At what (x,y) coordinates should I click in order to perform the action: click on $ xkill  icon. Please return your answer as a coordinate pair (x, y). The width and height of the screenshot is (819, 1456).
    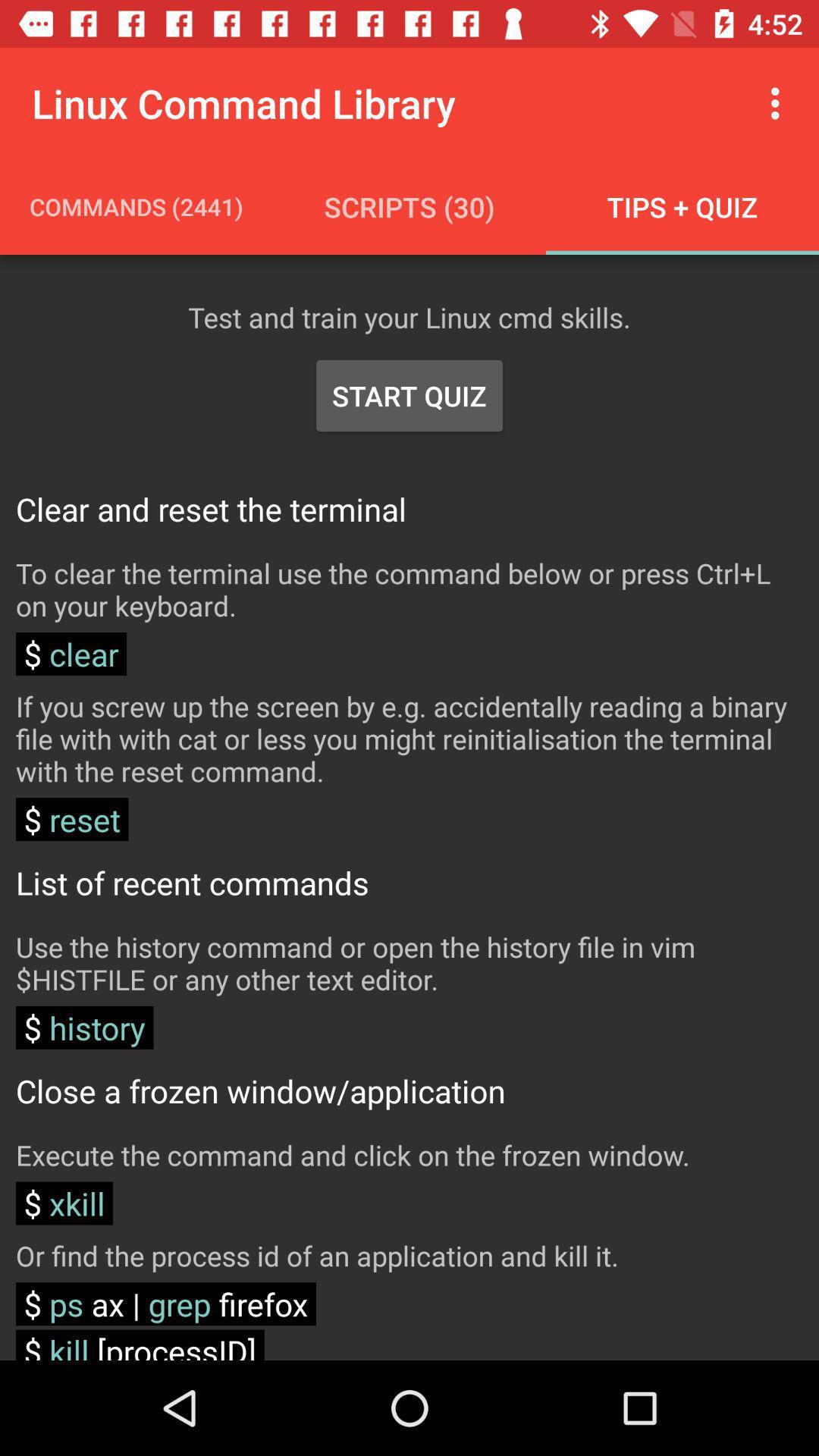
    Looking at the image, I should click on (64, 1203).